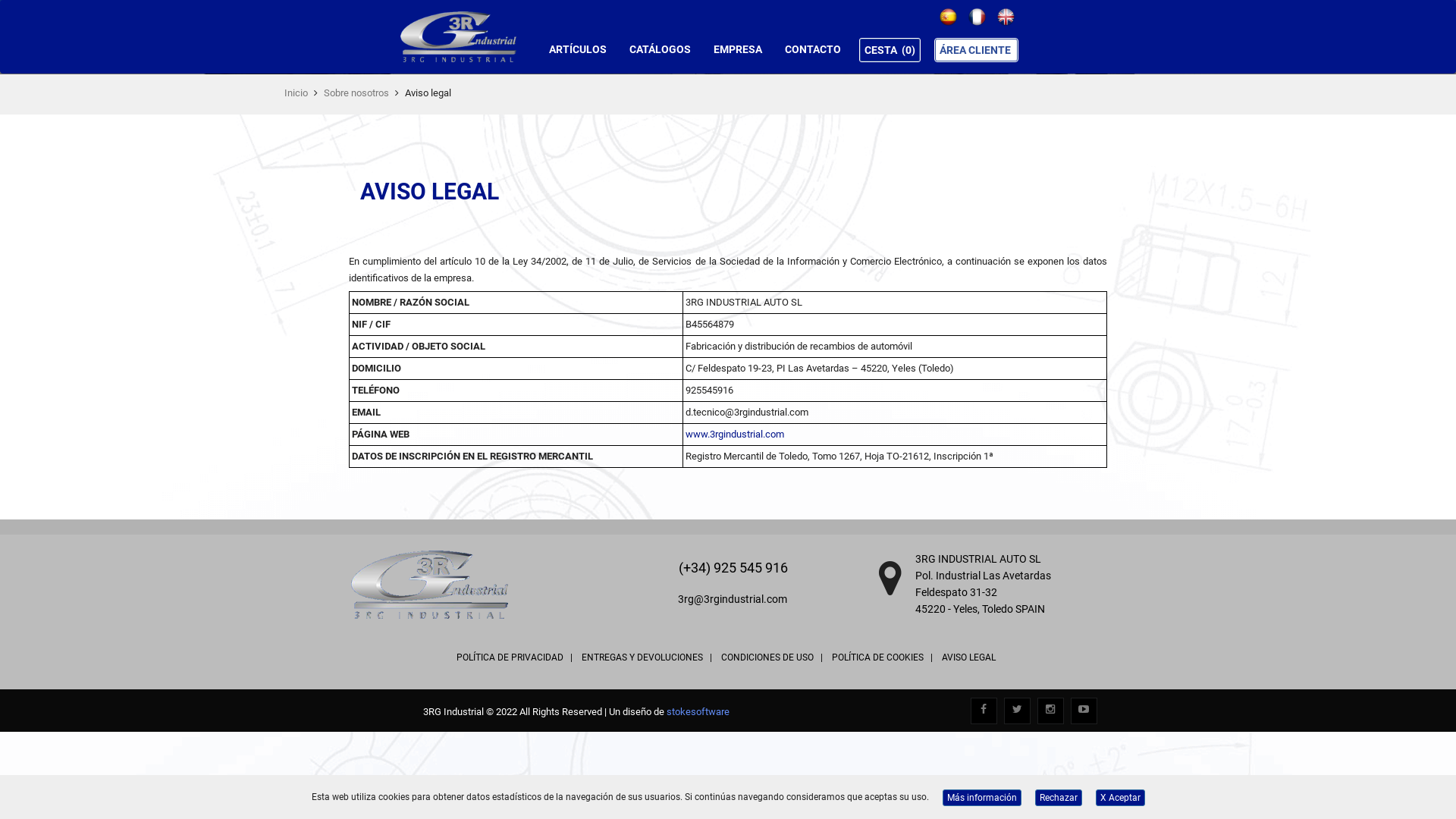  What do you see at coordinates (738, 49) in the screenshot?
I see `'EMPRESA'` at bounding box center [738, 49].